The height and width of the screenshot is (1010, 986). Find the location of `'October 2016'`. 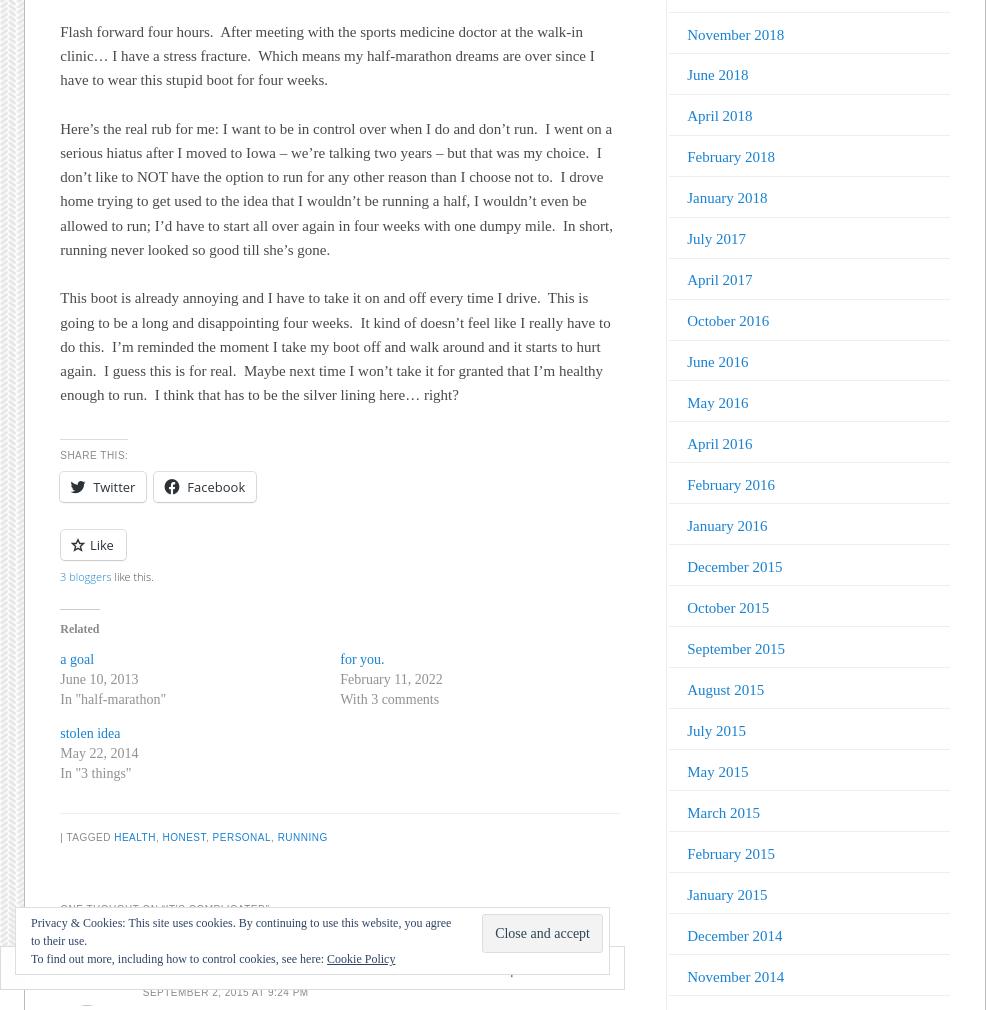

'October 2016' is located at coordinates (726, 320).